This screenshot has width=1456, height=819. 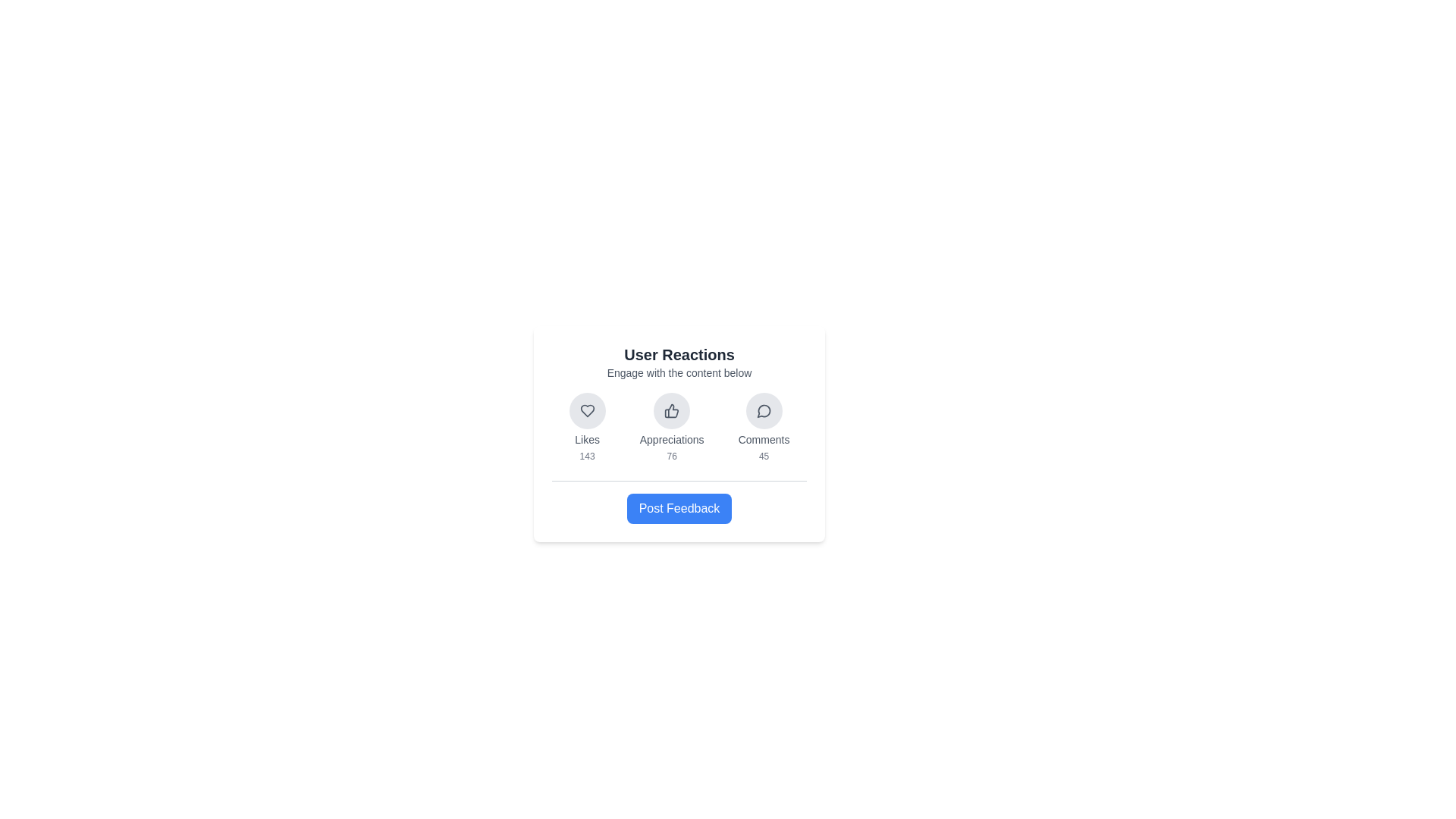 I want to click on the numeric data displayed in the composite information display widget that represents the count of appreciations received, which is visually indicated by a thumbs-up icon and accompanying labels, so click(x=671, y=427).